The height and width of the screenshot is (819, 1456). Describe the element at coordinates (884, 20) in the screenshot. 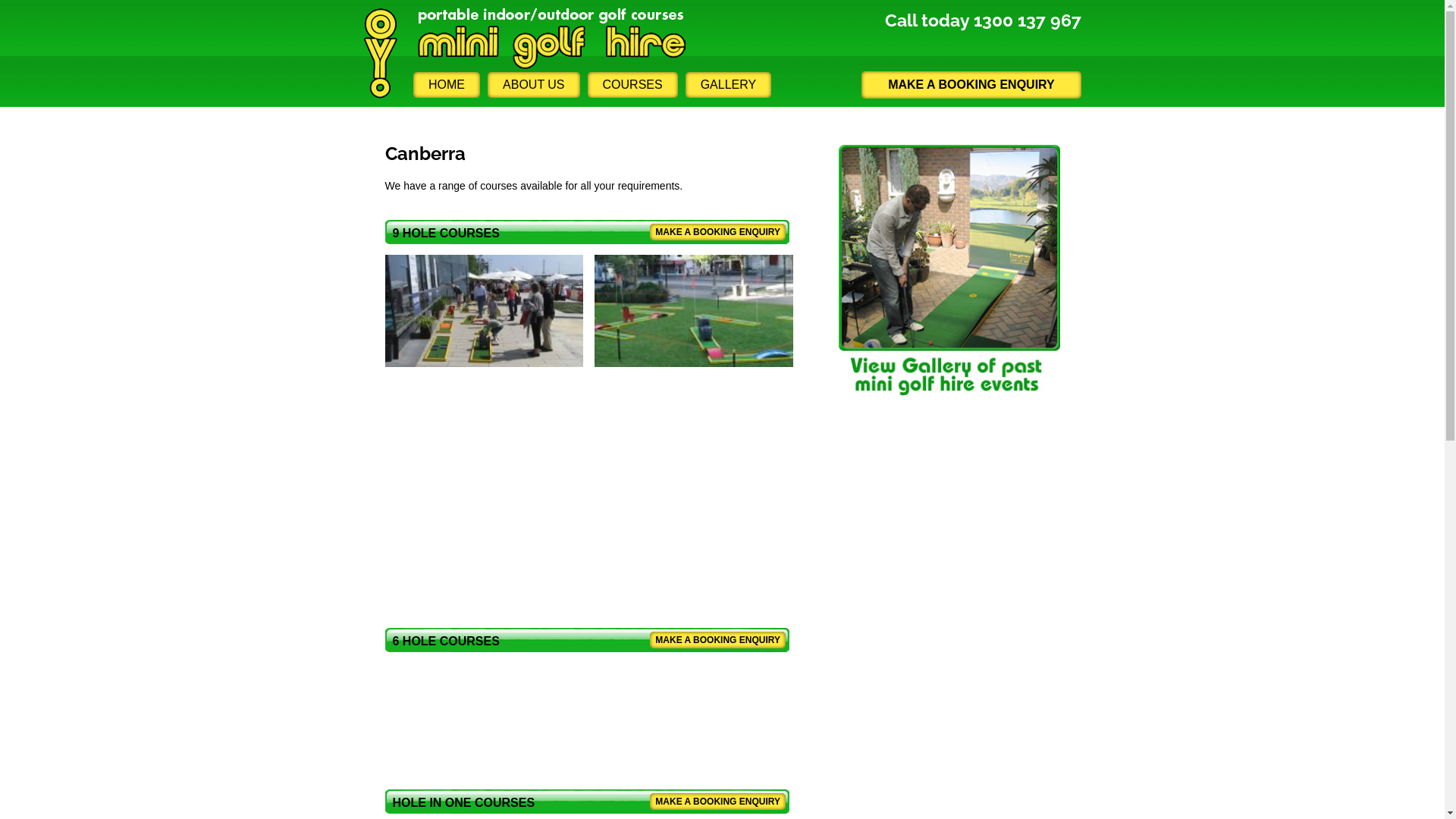

I see `'Call today 1300 137 967'` at that location.